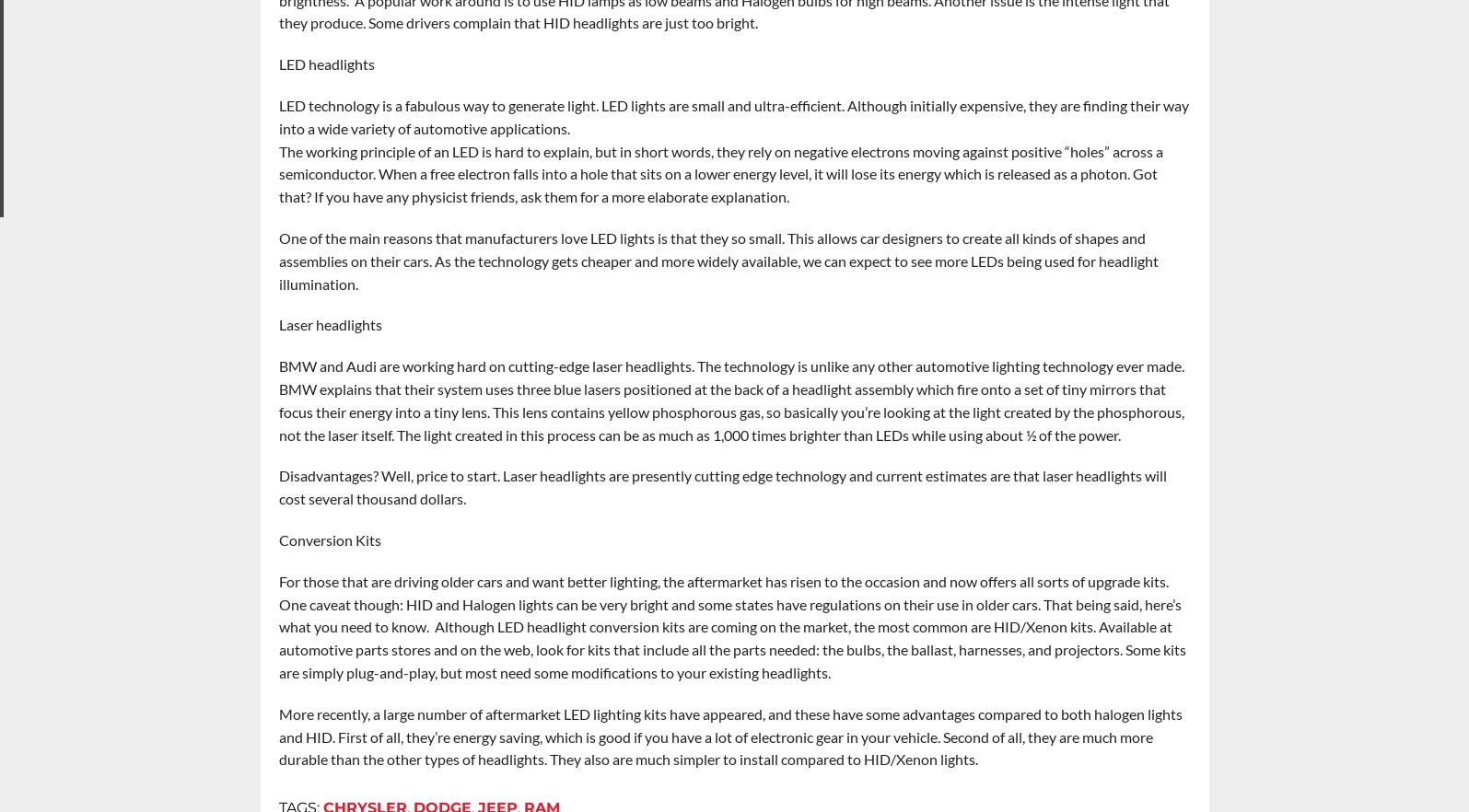  I want to click on 'One of the main reasons that manufacturers love LED lights is that they so small. This allows car designers to create all kinds of shapes and assemblies on their cars. As the technology gets cheaper and more widely available, we can expect to see more LEDs being used for headlight illumination.', so click(717, 261).